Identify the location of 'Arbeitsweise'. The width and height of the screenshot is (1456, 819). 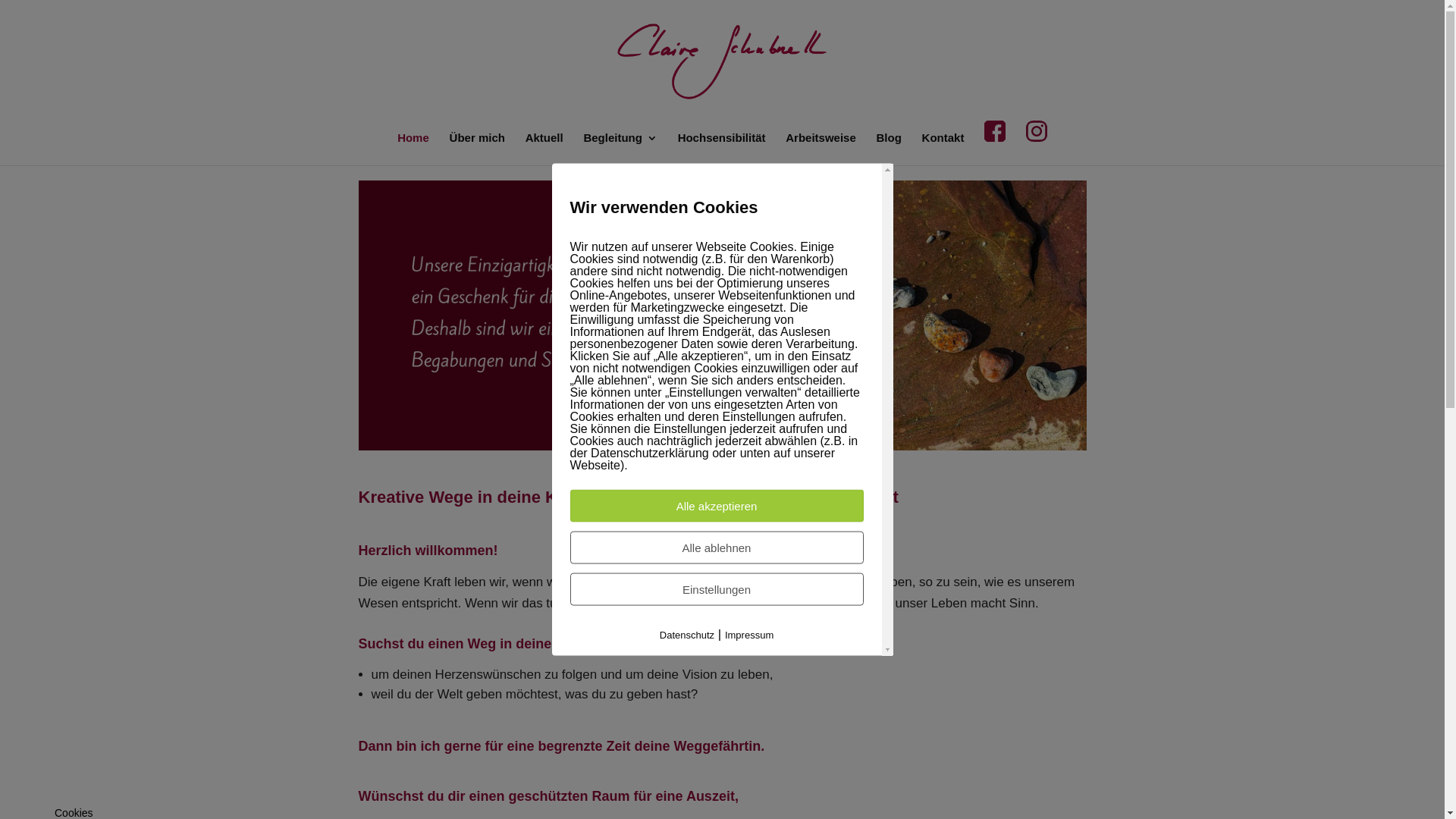
(820, 149).